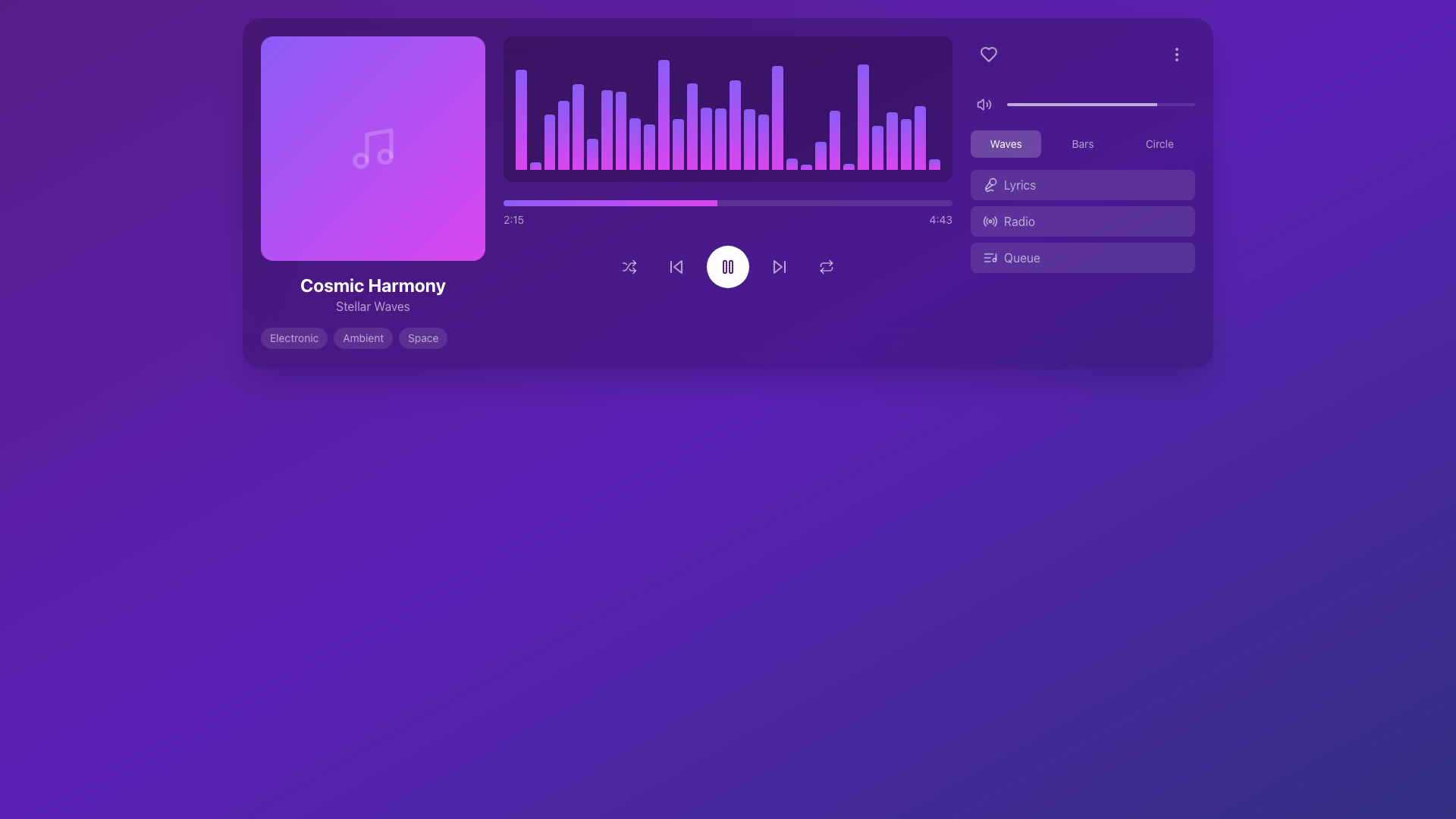  What do you see at coordinates (1082, 180) in the screenshot?
I see `the 'Lyrics' button located below 'Waves' and above 'Radio' in the top-right quadrant` at bounding box center [1082, 180].